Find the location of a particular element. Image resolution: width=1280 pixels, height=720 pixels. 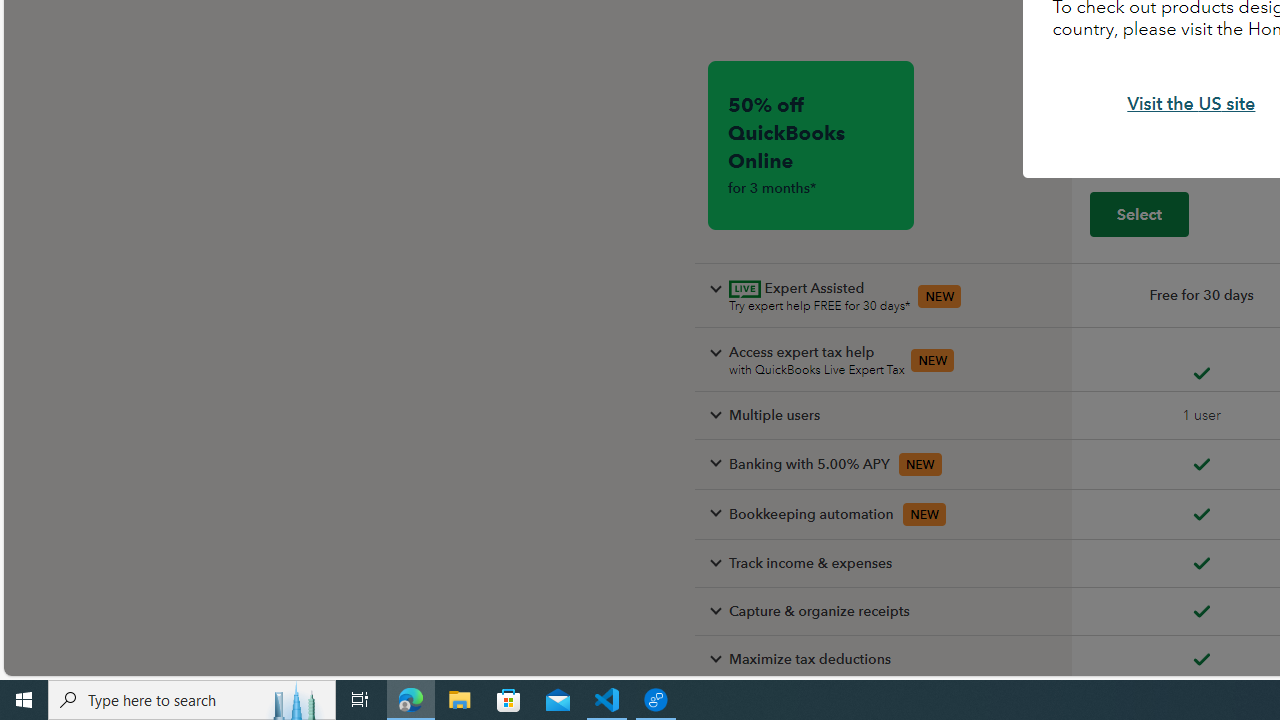

'Select simple start' is located at coordinates (1139, 213).